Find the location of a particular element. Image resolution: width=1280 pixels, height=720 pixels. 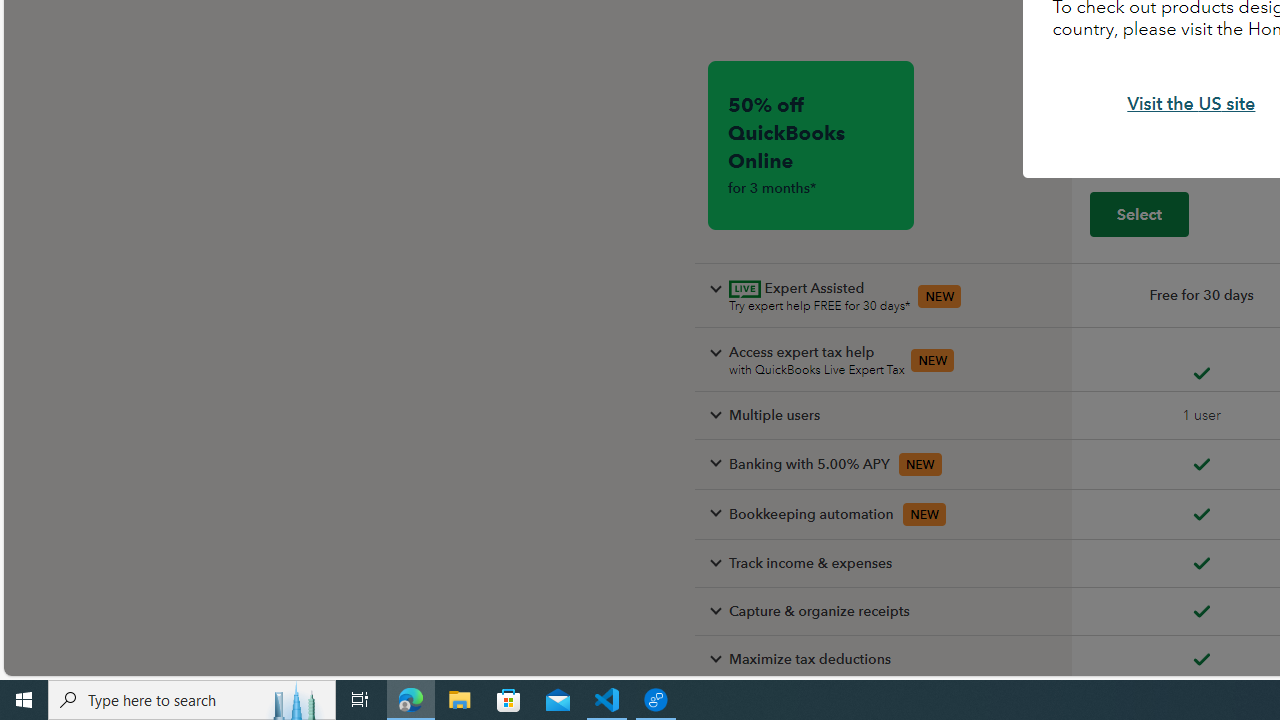

'Select simple start' is located at coordinates (1139, 213).